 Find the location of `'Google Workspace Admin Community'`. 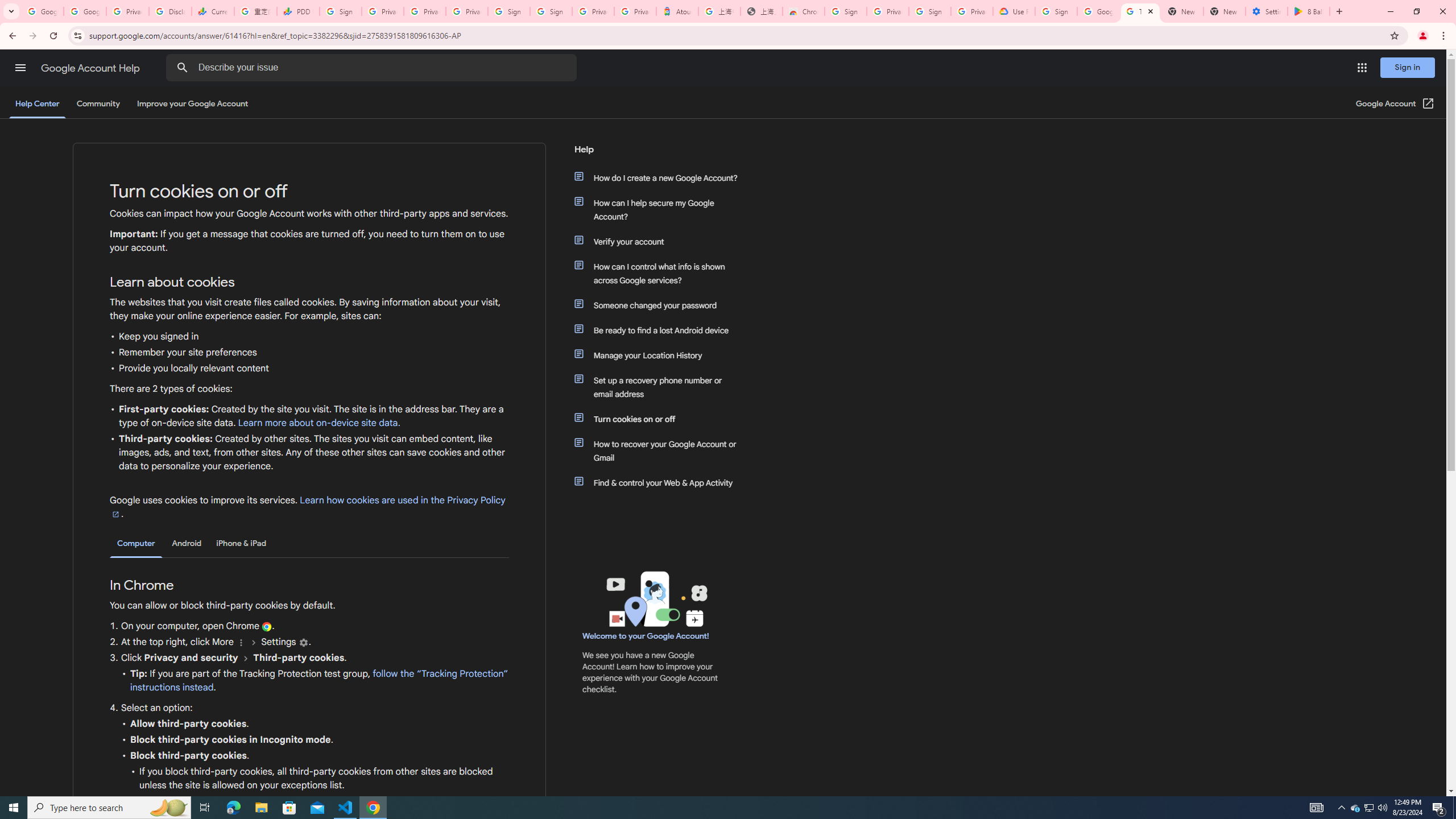

'Google Workspace Admin Community' is located at coordinates (42, 11).